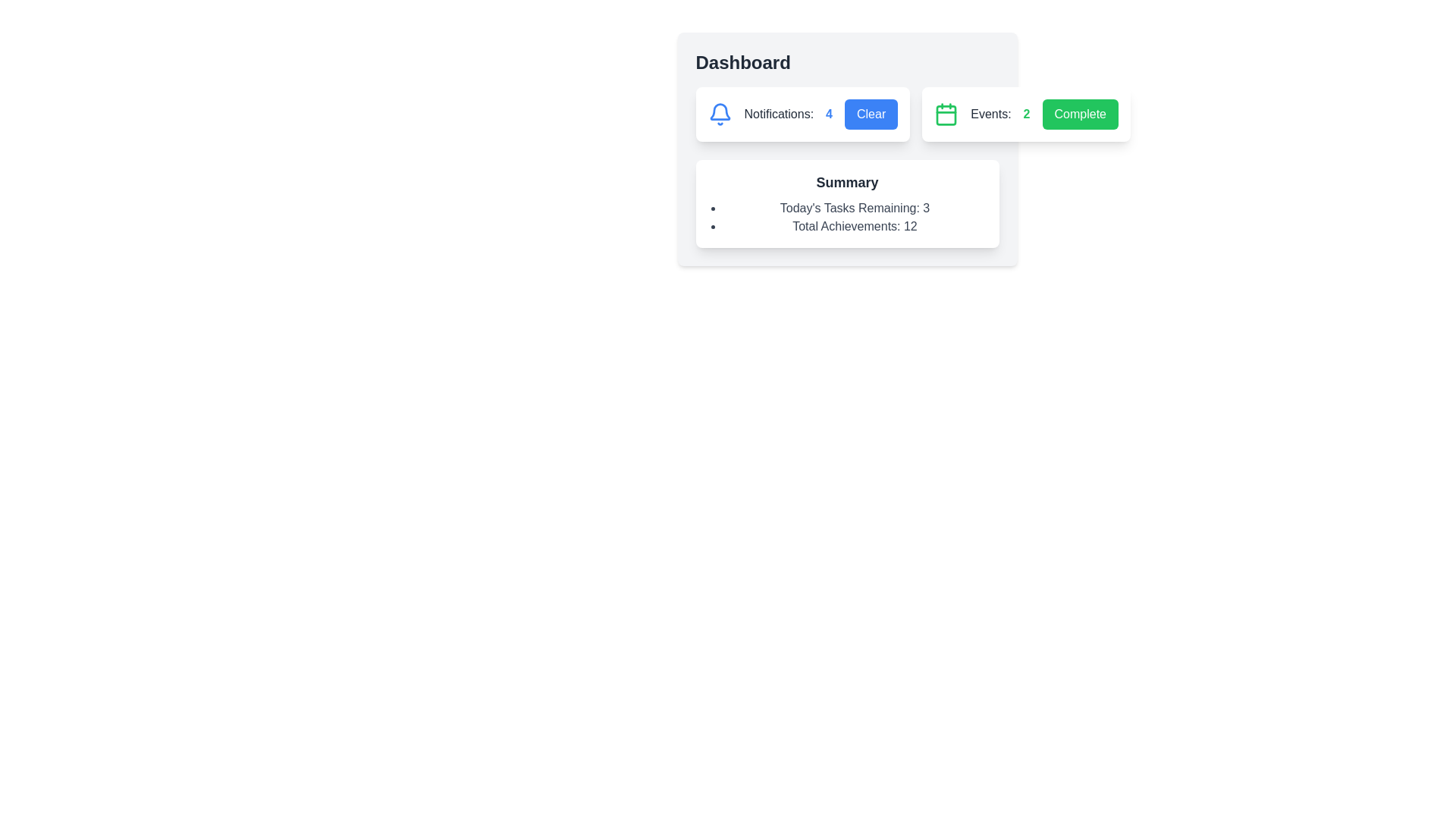 The image size is (1456, 819). Describe the element at coordinates (855, 208) in the screenshot. I see `text of the first item in the bullet list that summarizes the remaining tasks for the day, located above 'Total Achievements: 12' in the 'Summary' section` at that location.